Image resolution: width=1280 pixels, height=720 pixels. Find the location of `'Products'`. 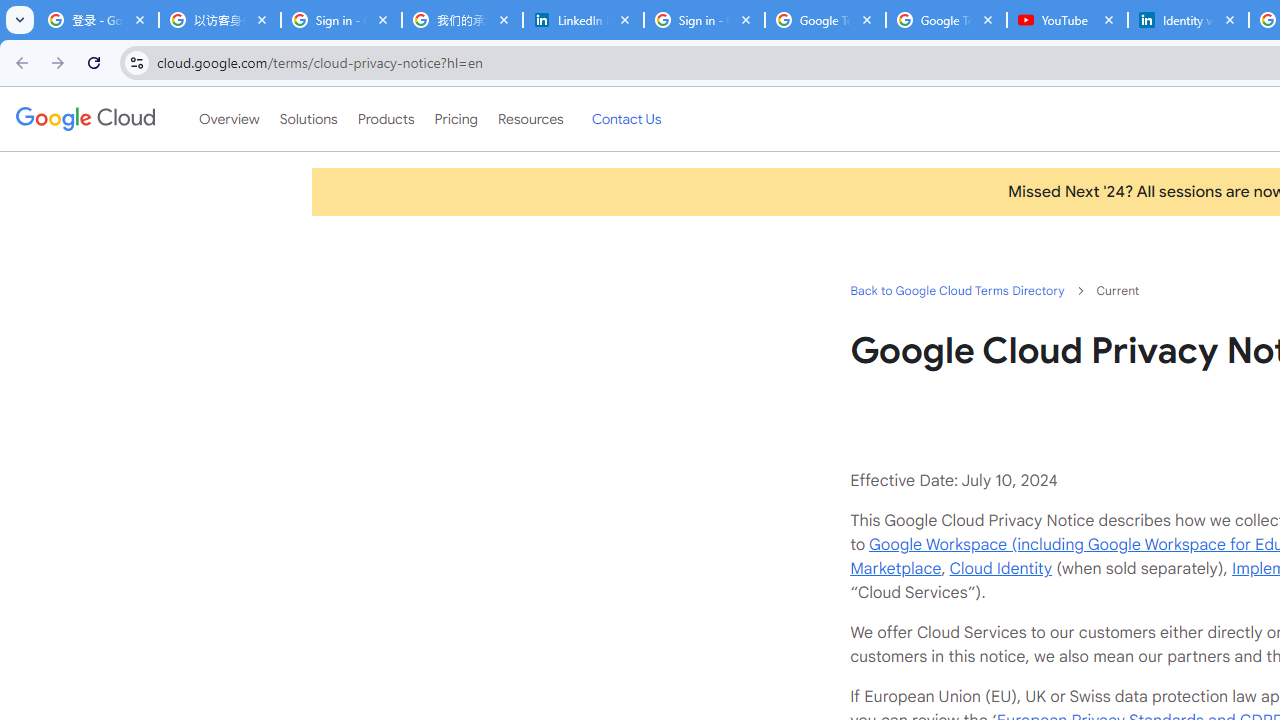

'Products' is located at coordinates (385, 119).